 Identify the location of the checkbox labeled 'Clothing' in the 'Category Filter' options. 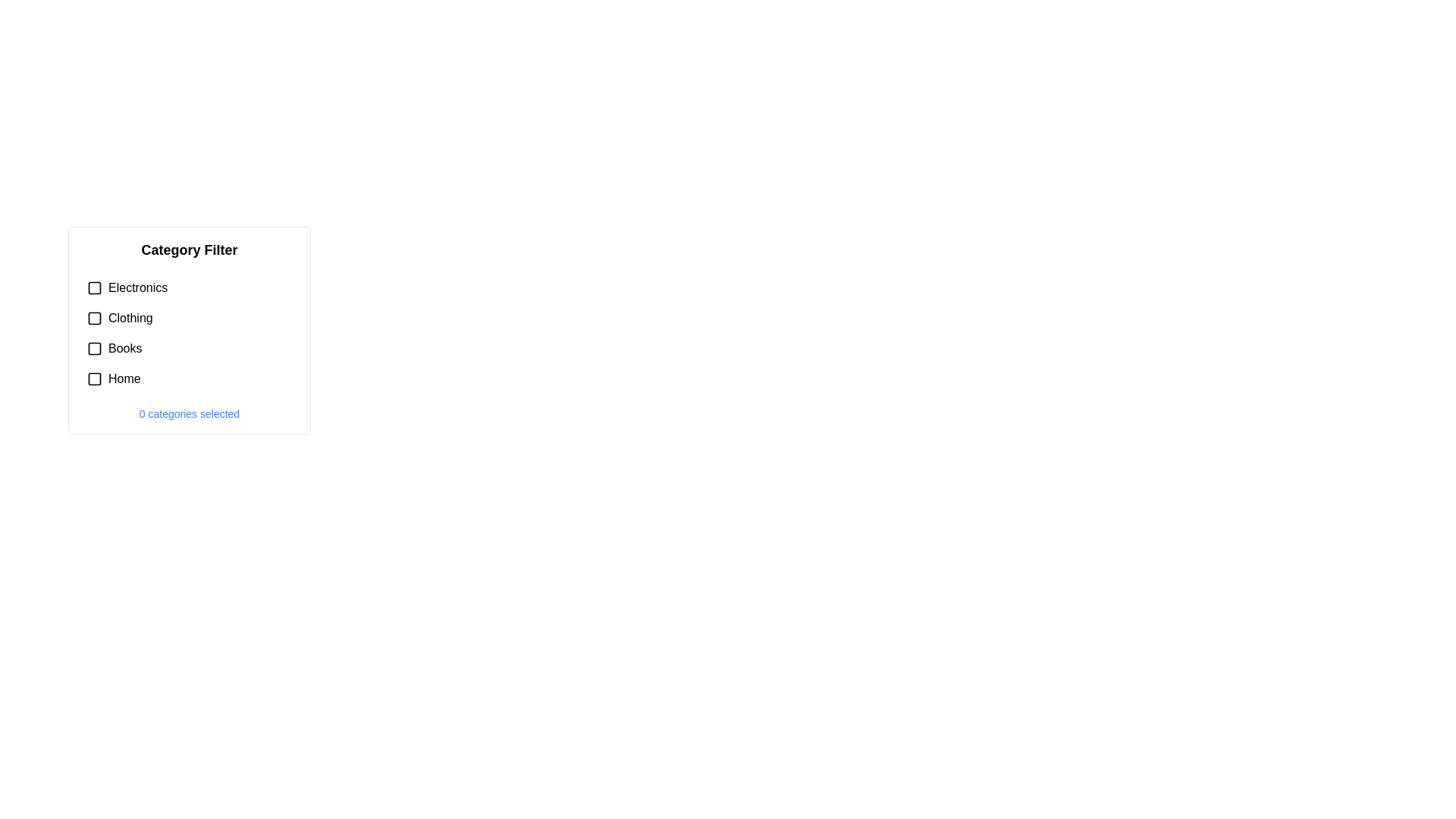
(188, 318).